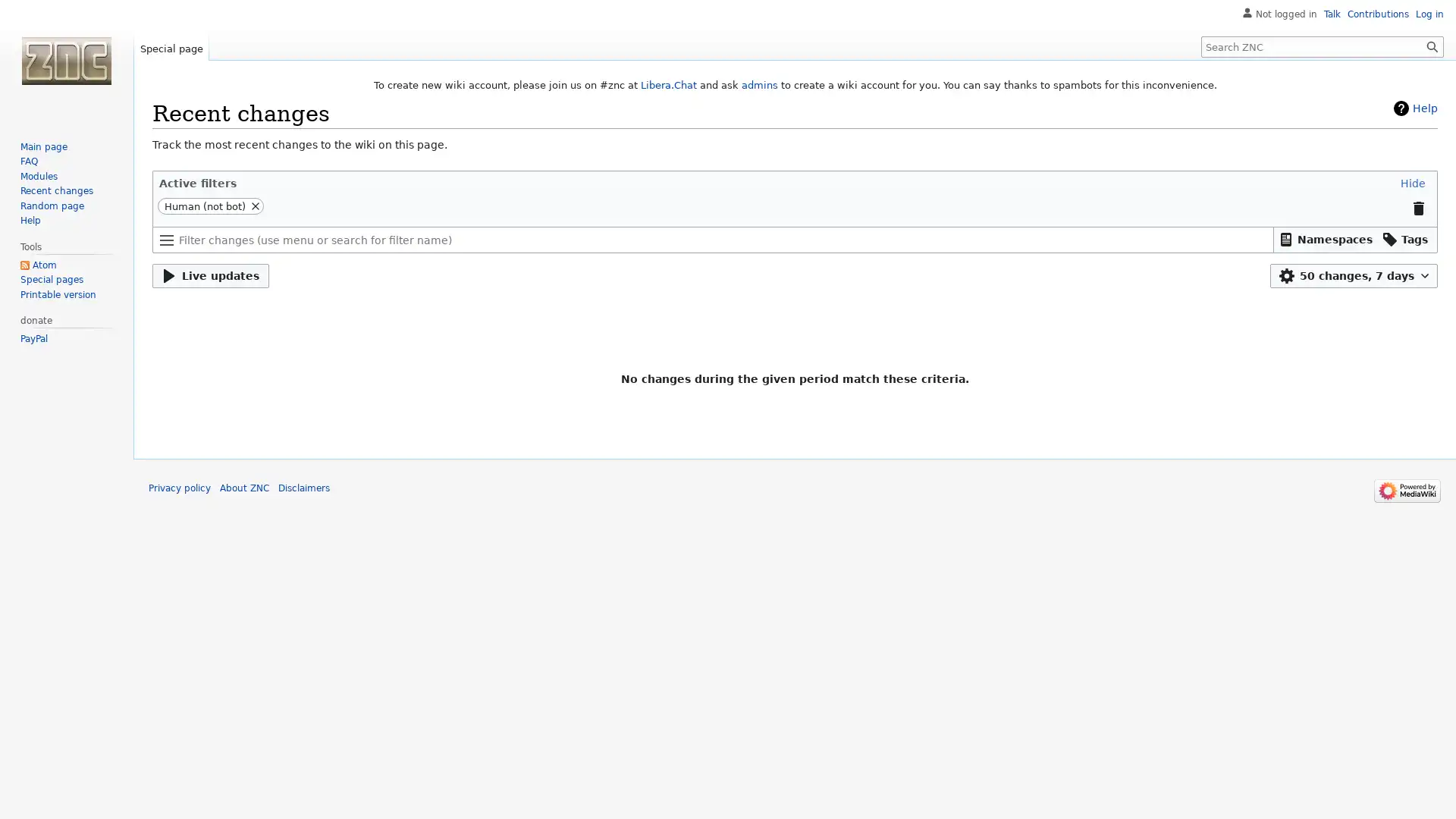 This screenshot has width=1456, height=819. I want to click on Filter results by namespace, so click(1325, 239).